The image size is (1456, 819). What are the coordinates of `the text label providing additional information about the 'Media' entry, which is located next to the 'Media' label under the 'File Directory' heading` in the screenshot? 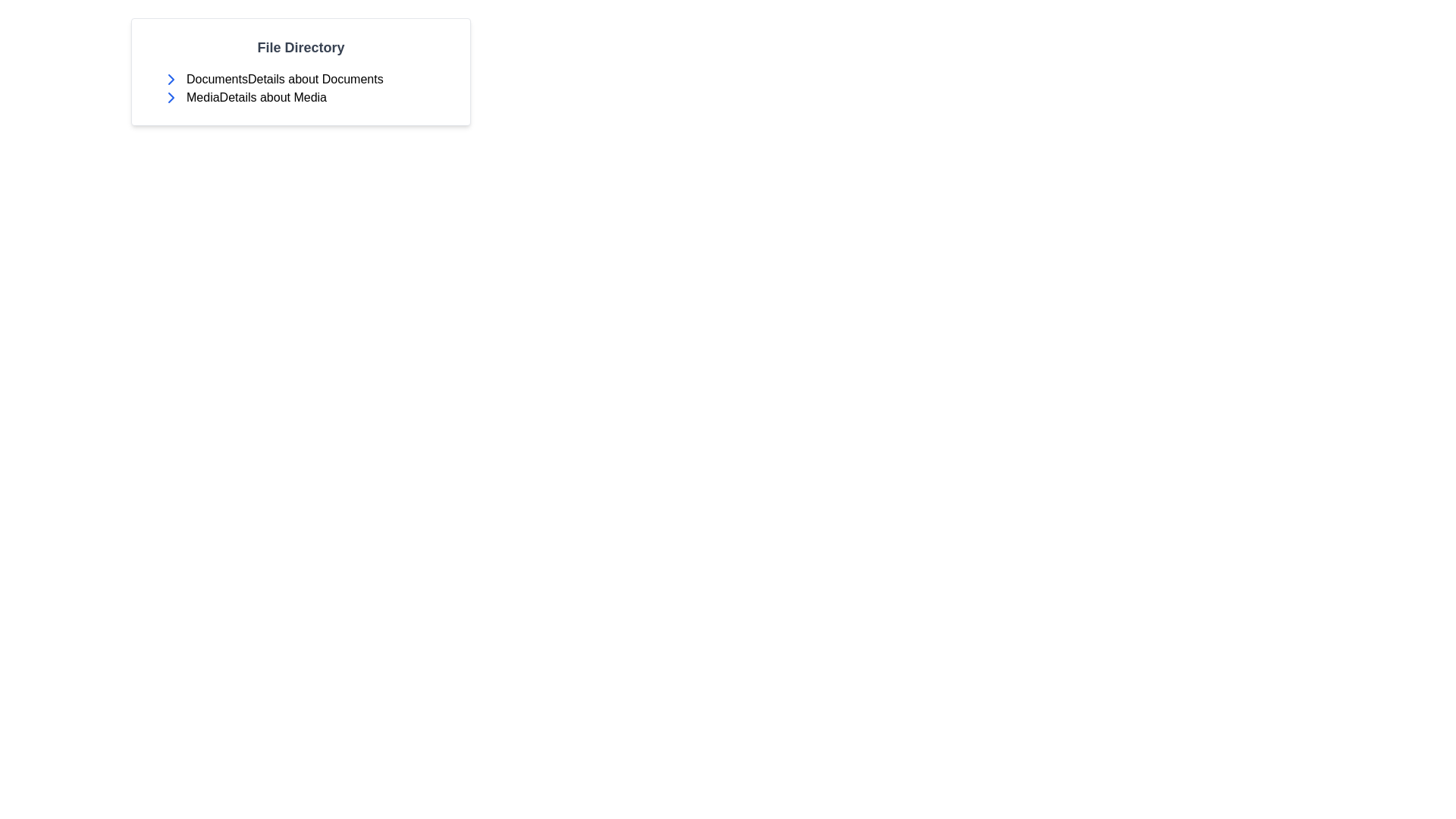 It's located at (273, 97).